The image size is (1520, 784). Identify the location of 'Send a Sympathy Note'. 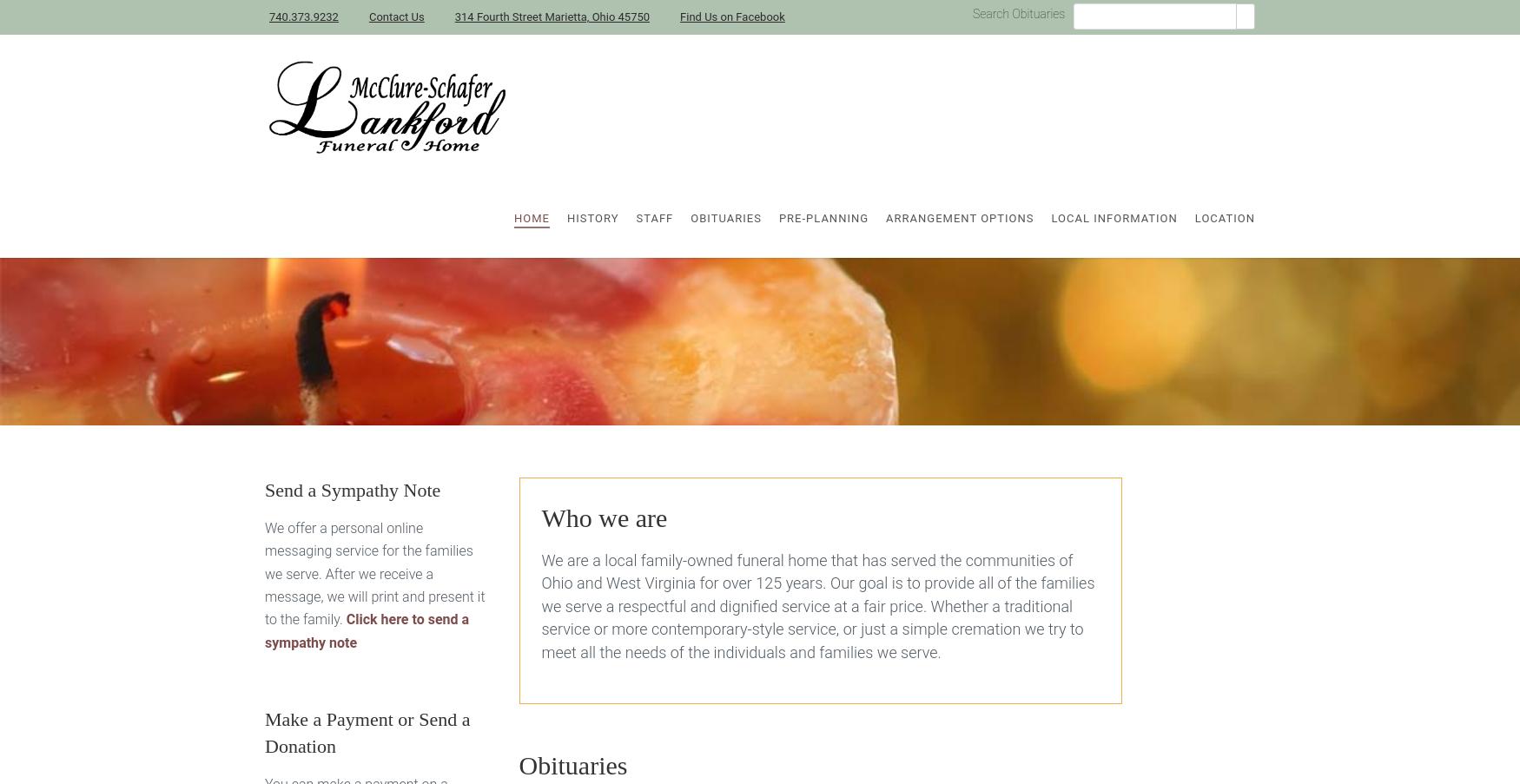
(352, 489).